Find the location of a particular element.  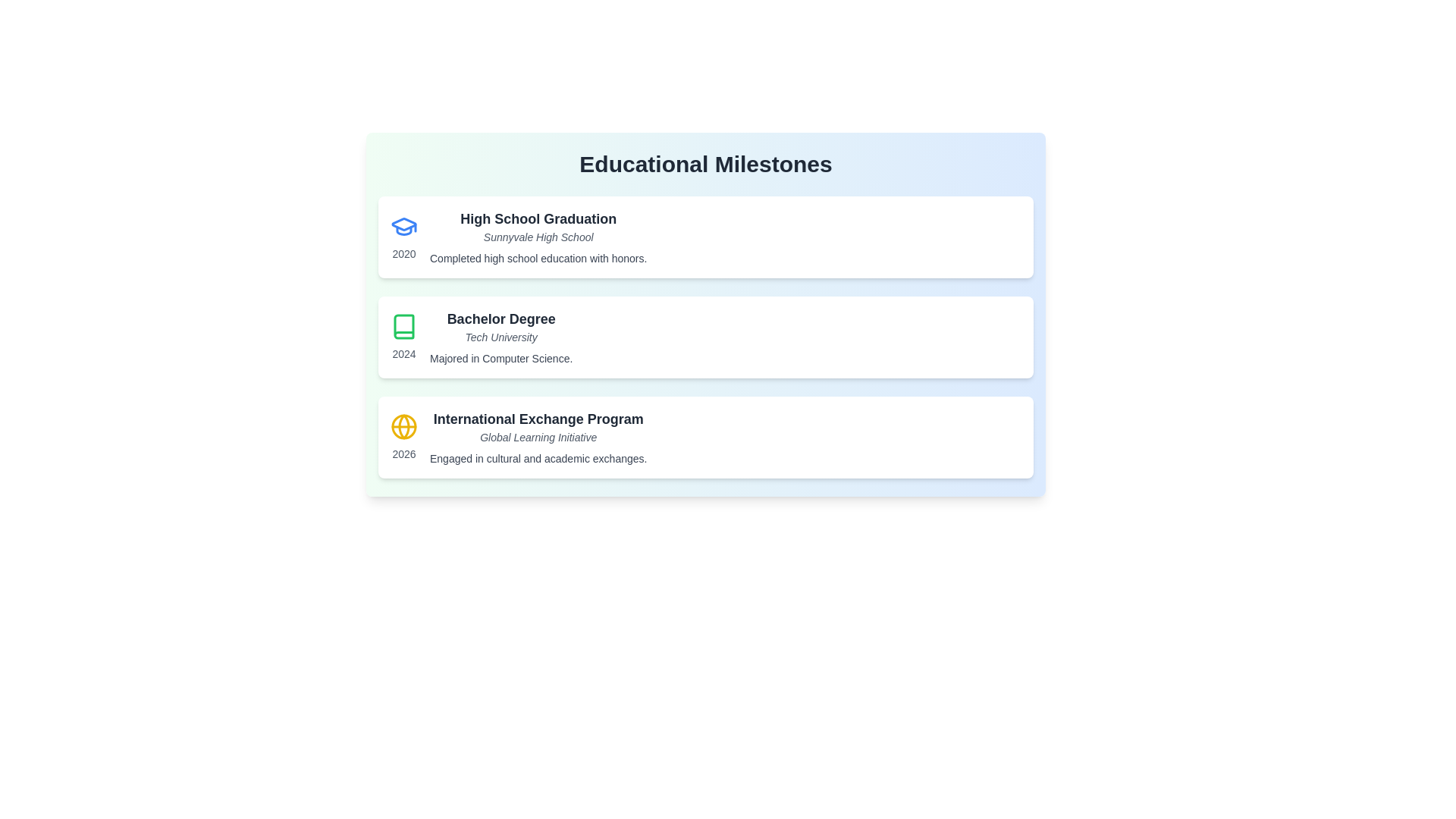

descriptive text element providing context about the 'International Exchange Program', positioned centrally below 'Global Learning Initiative' is located at coordinates (538, 458).